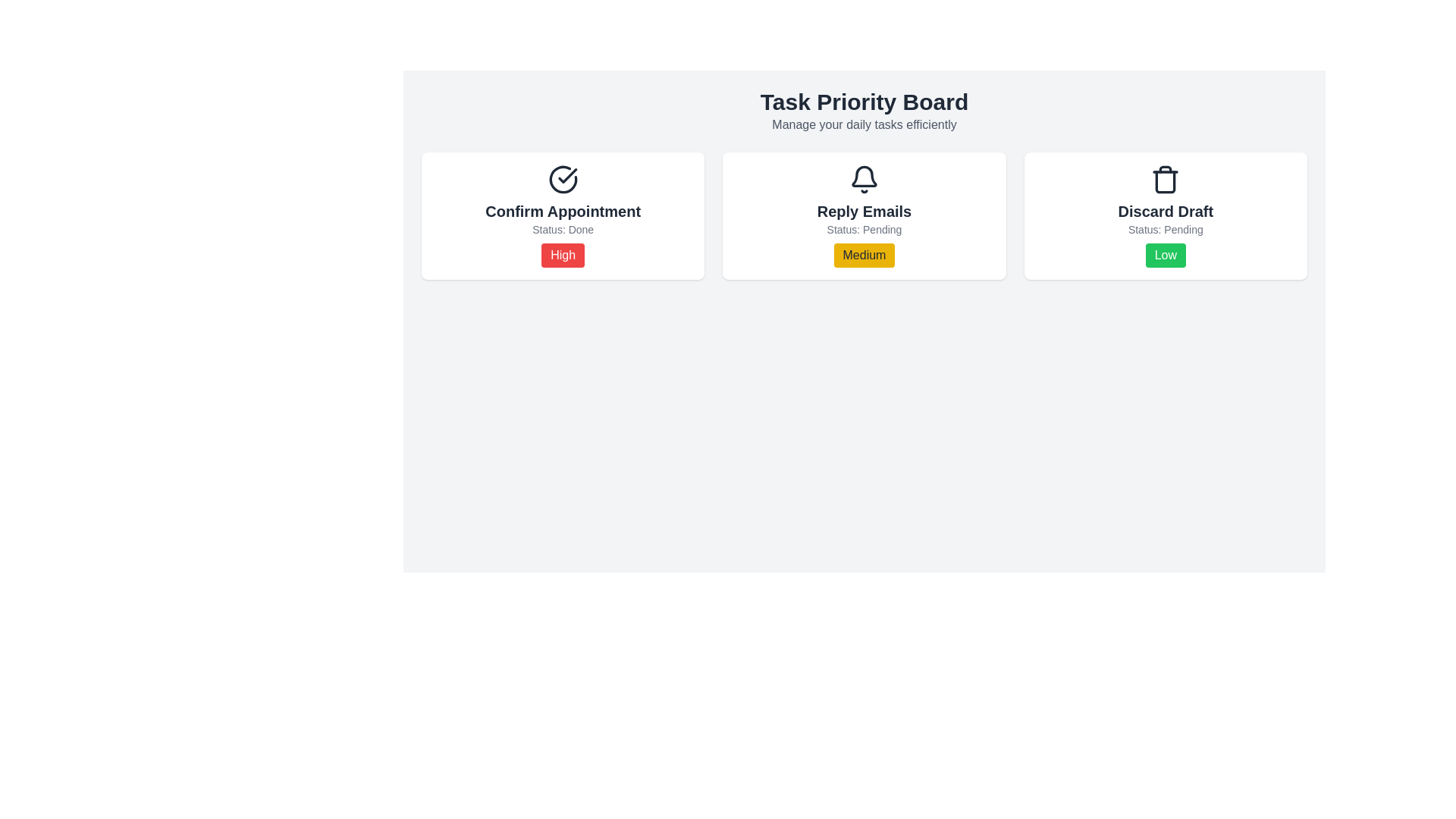 The image size is (1456, 819). I want to click on the green rectangular button labeled 'Low' located within the 'Discard Draft' task card, so click(1165, 254).